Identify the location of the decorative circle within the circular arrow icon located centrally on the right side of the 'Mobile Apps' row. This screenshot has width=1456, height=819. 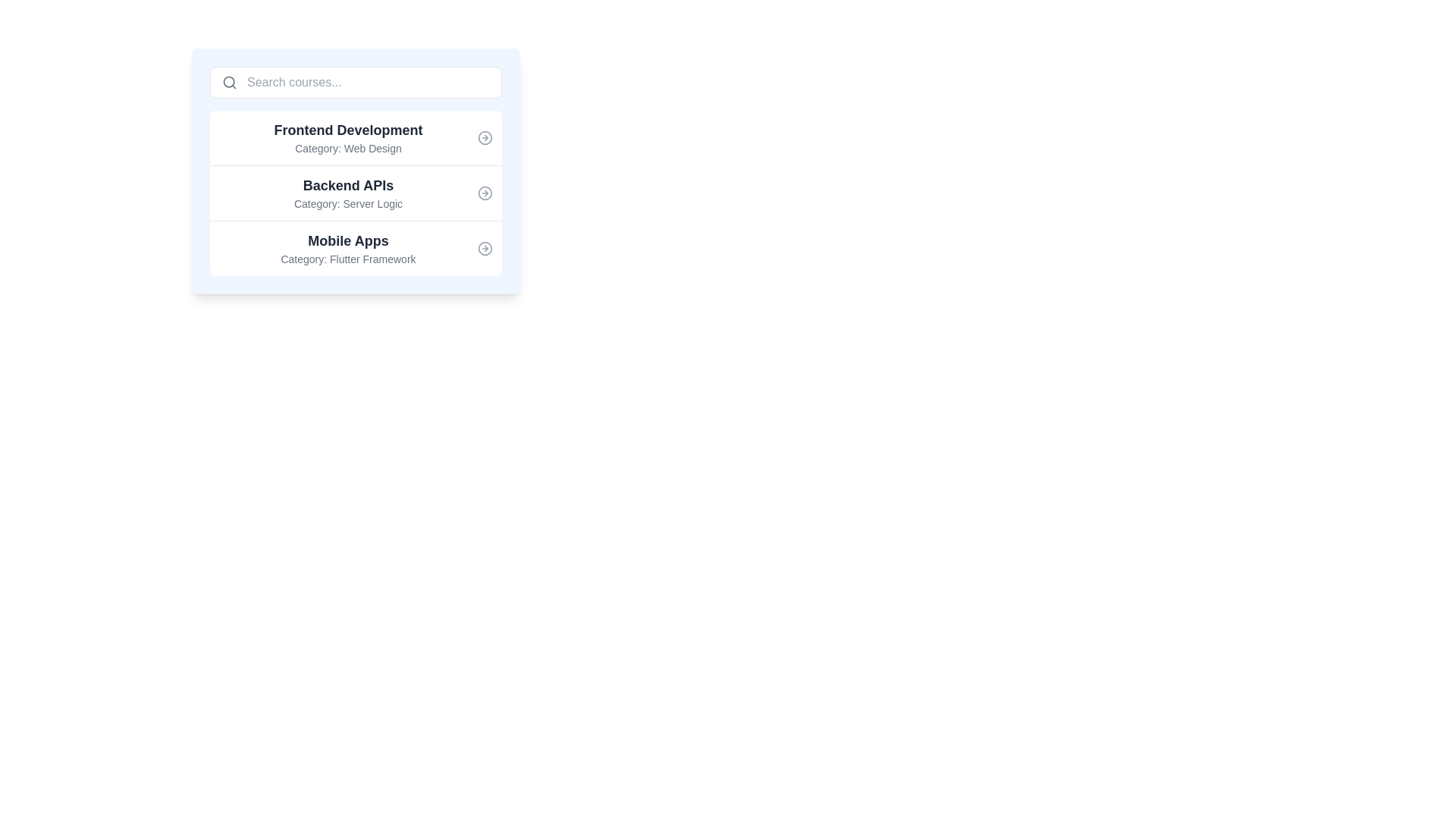
(484, 247).